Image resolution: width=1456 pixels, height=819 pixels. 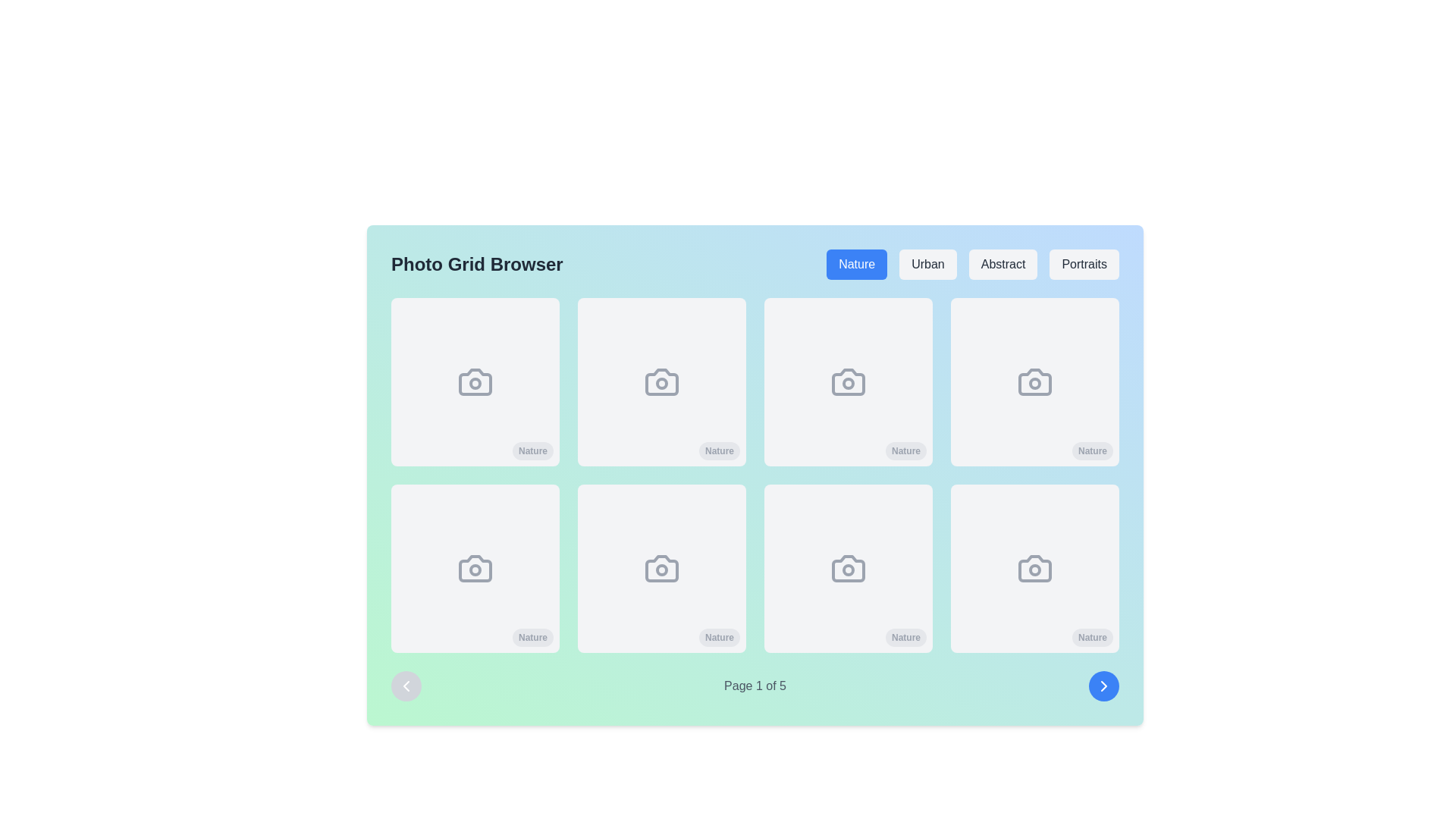 I want to click on the right-chevron icon inside the blue circular button located at the bottom-right corner of the interface, so click(x=1103, y=686).